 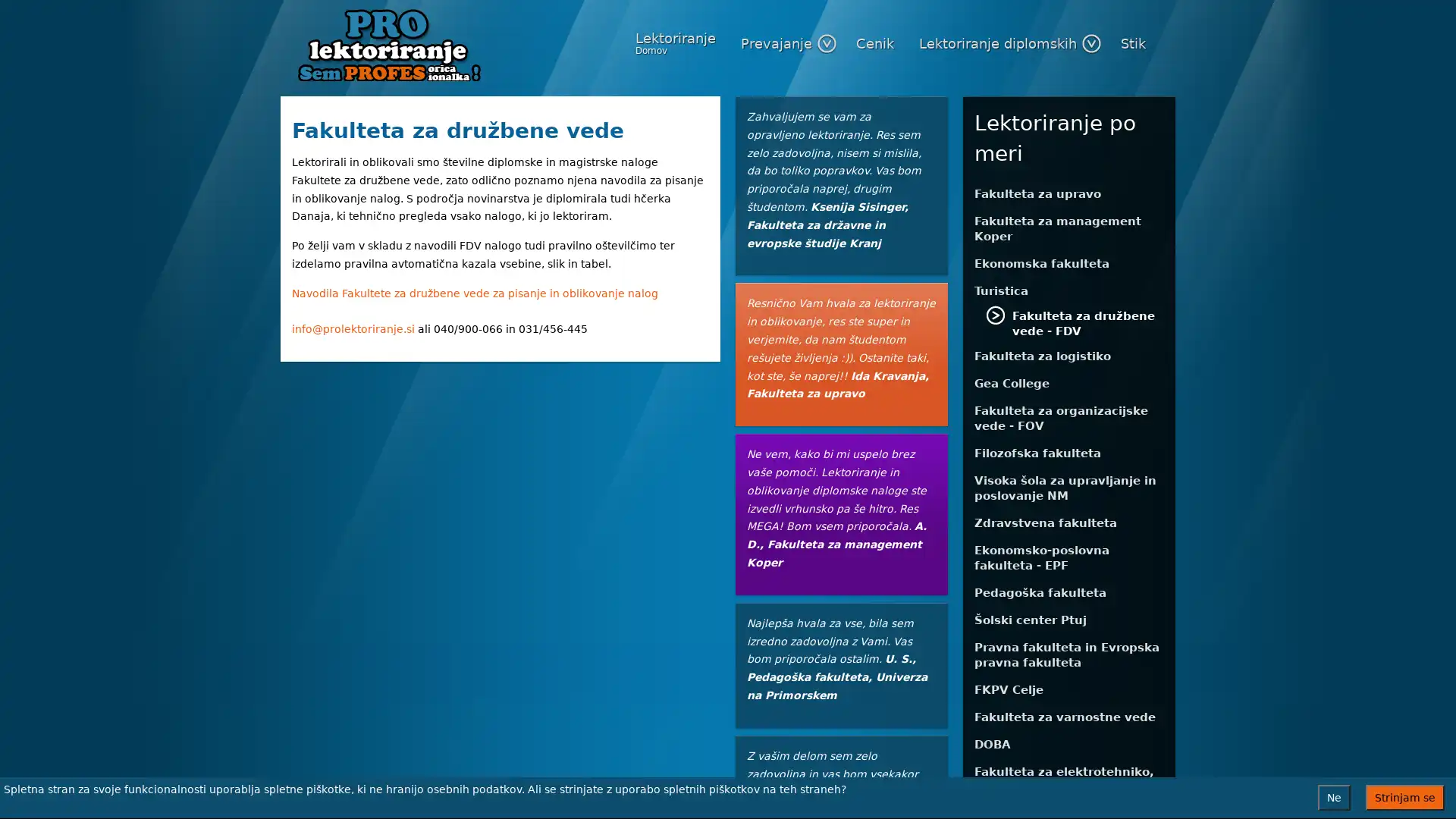 What do you see at coordinates (1404, 797) in the screenshot?
I see `Strinjam se` at bounding box center [1404, 797].